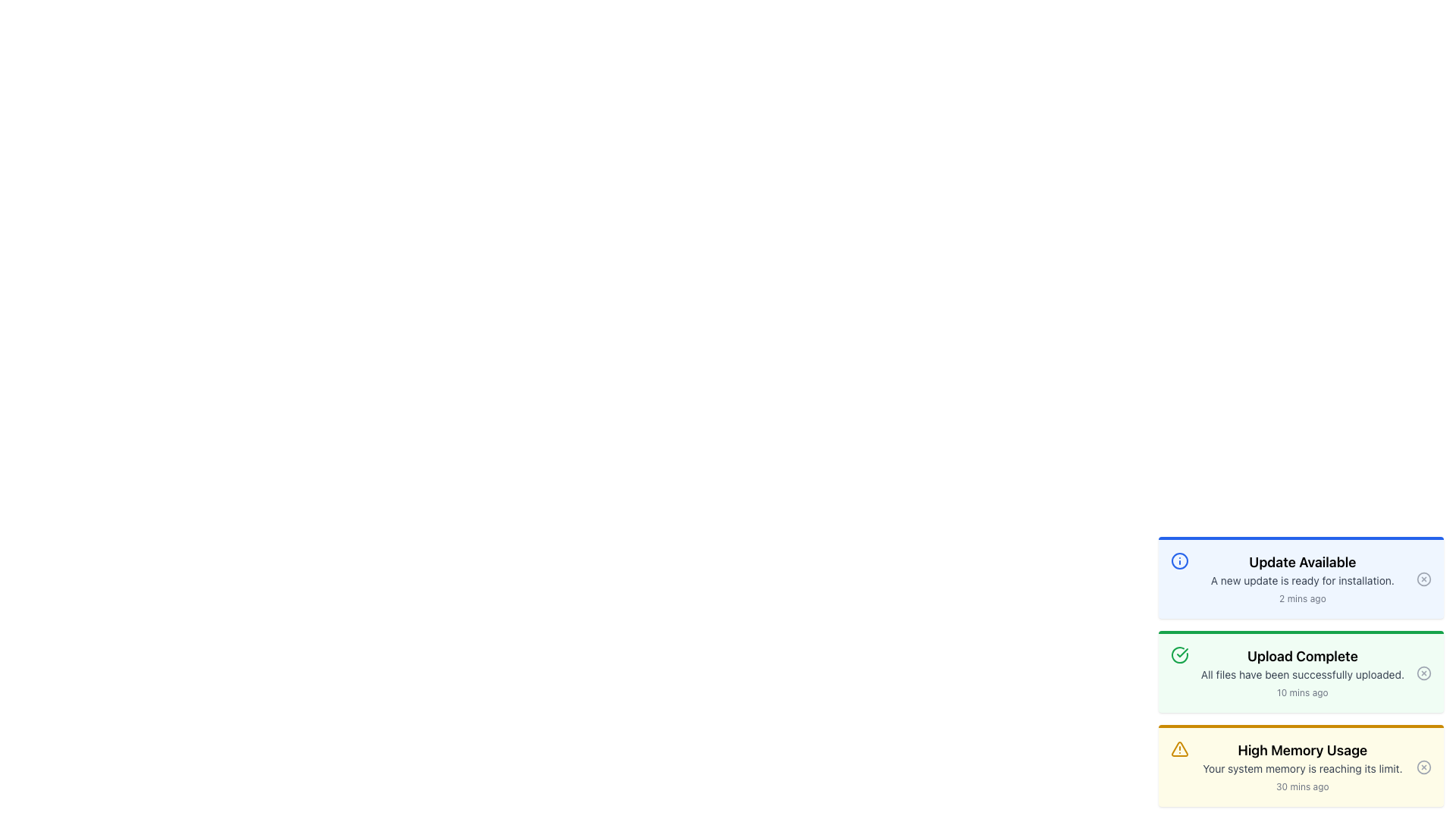 Image resolution: width=1456 pixels, height=819 pixels. Describe the element at coordinates (1178, 561) in the screenshot. I see `the circular info icon located in the top left corner of the 'Update Available' notification box, which is characterized by a light blue circular outline with a smaller dot inside` at that location.